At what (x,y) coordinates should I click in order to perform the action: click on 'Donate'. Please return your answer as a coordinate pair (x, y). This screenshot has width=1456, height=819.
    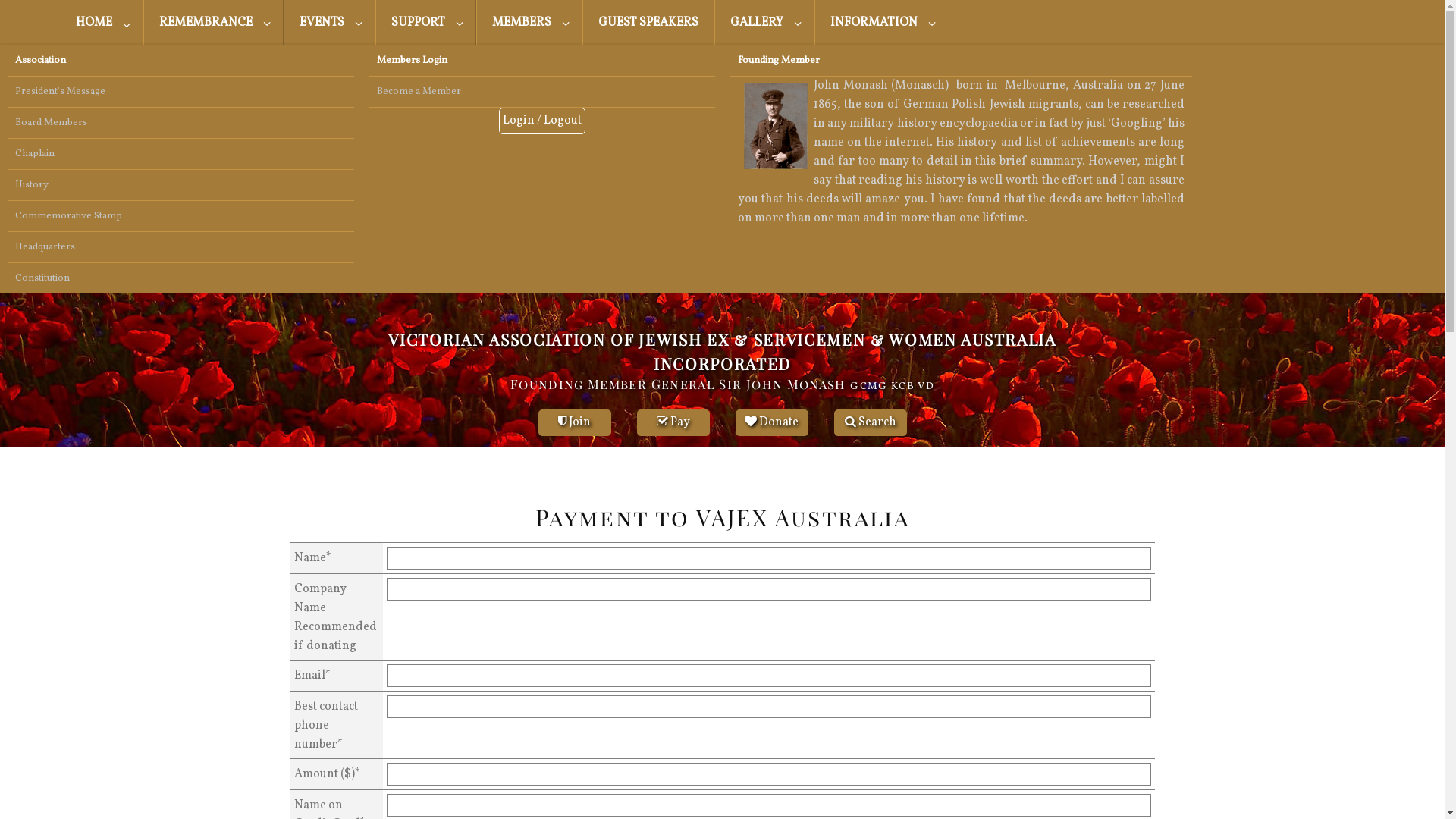
    Looking at the image, I should click on (771, 422).